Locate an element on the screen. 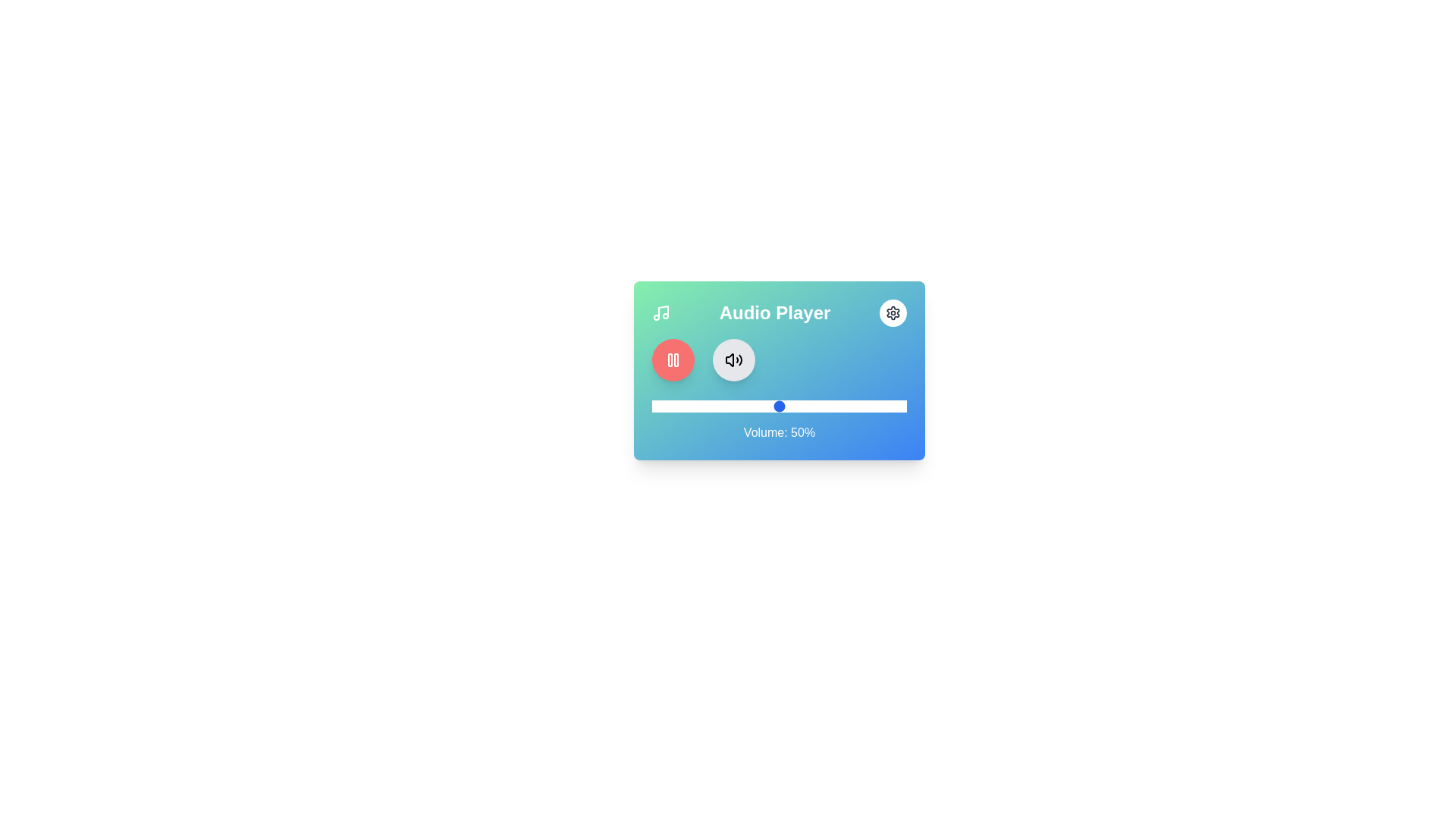 Image resolution: width=1456 pixels, height=819 pixels. the range slider input element, which is a horizontal slider bar with a blue thumb handle positioned in the middle, indicating a volume adjustment at 50% is located at coordinates (779, 406).